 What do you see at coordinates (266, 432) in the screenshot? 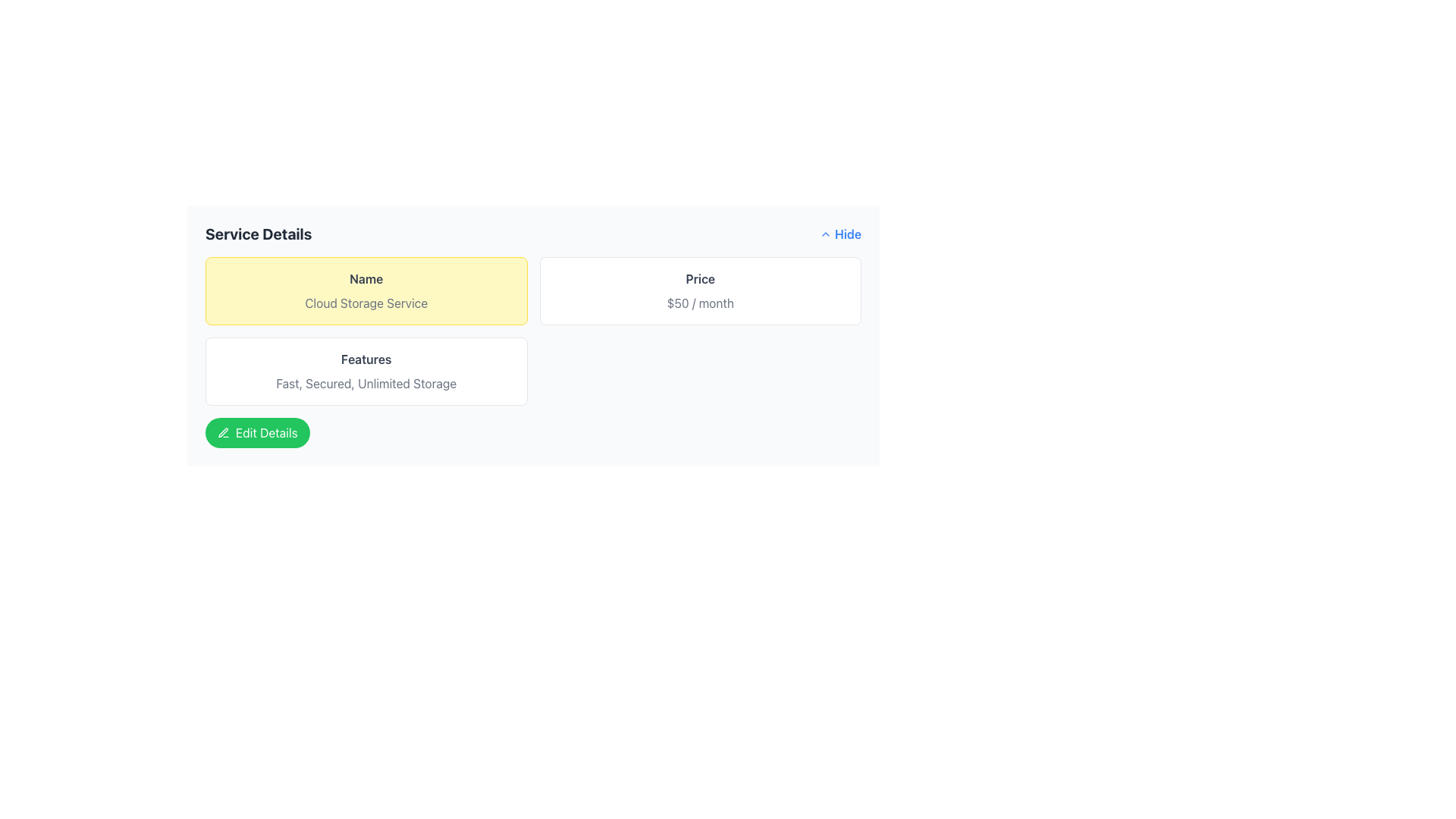
I see `the 'Edit Details' button, which is a green rounded button with white text, located at the bottom-left corner of the service details panel, to initiate editing` at bounding box center [266, 432].